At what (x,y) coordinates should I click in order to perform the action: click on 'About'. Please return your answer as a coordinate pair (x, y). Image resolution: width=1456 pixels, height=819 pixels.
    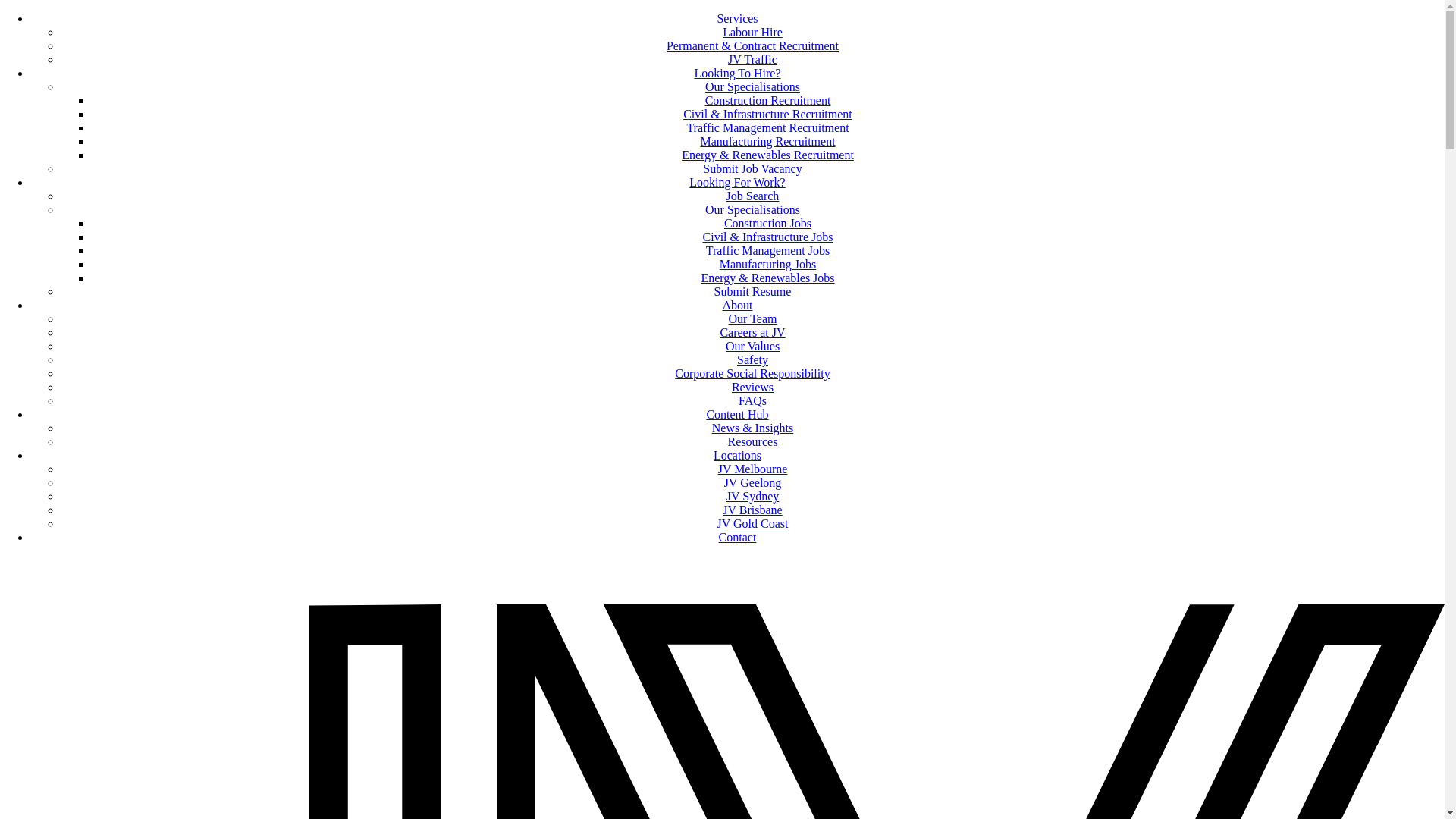
    Looking at the image, I should click on (737, 305).